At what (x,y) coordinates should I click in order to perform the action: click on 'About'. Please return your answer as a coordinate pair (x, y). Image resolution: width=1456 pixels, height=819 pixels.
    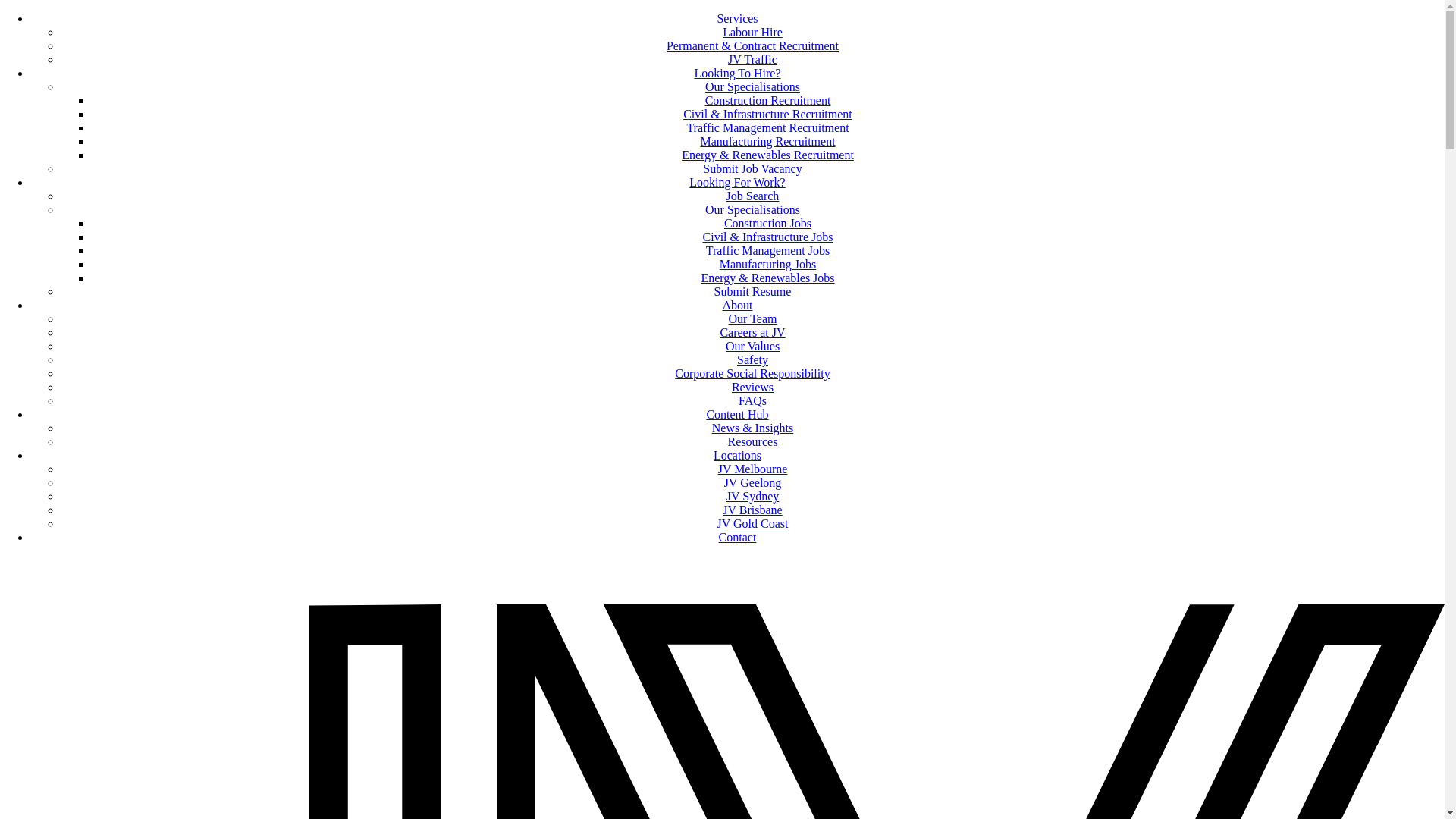
    Looking at the image, I should click on (737, 305).